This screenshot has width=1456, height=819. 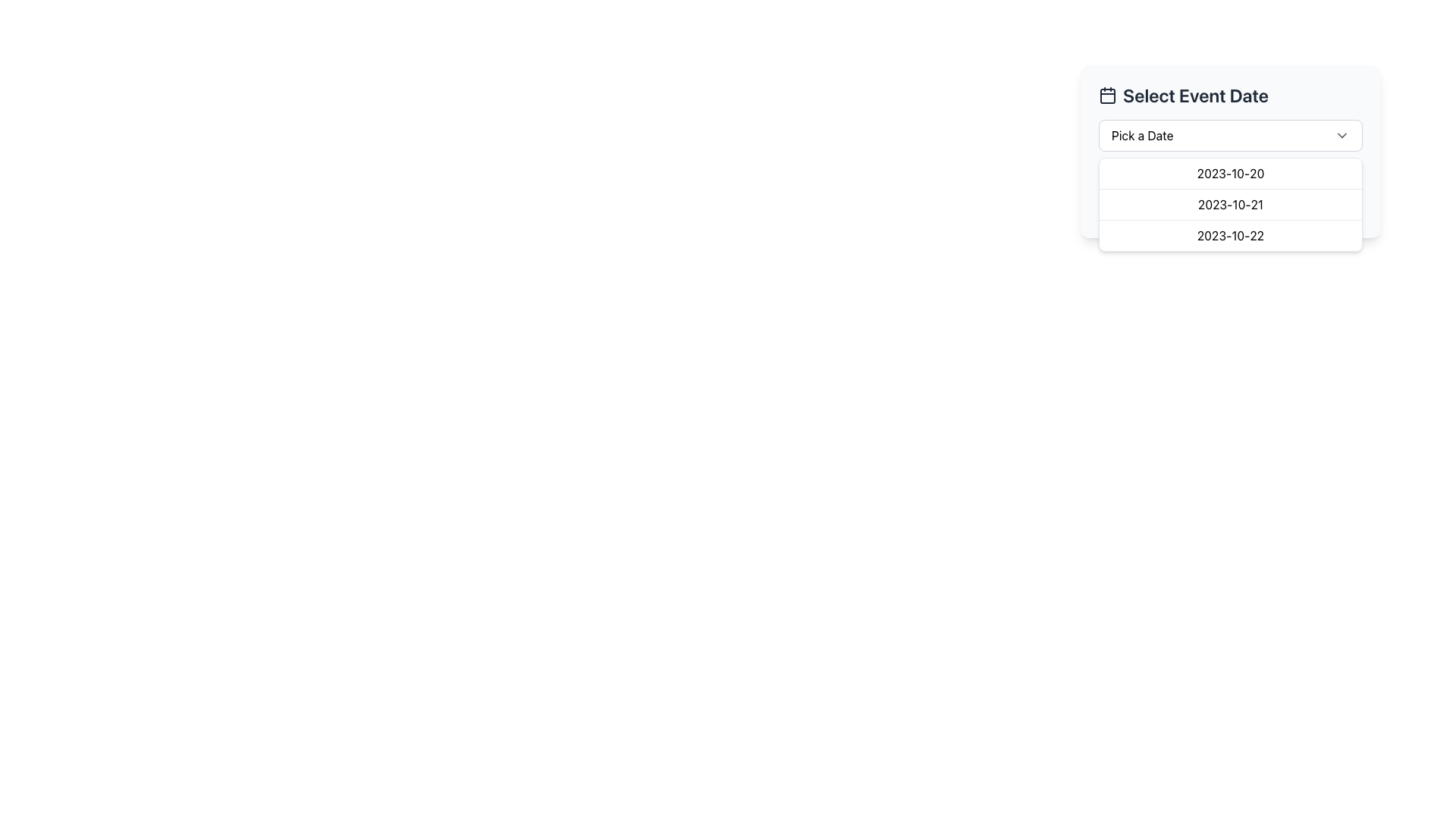 What do you see at coordinates (1230, 205) in the screenshot?
I see `the list item displaying '2023-10-21' in the date selection dropdown menu` at bounding box center [1230, 205].